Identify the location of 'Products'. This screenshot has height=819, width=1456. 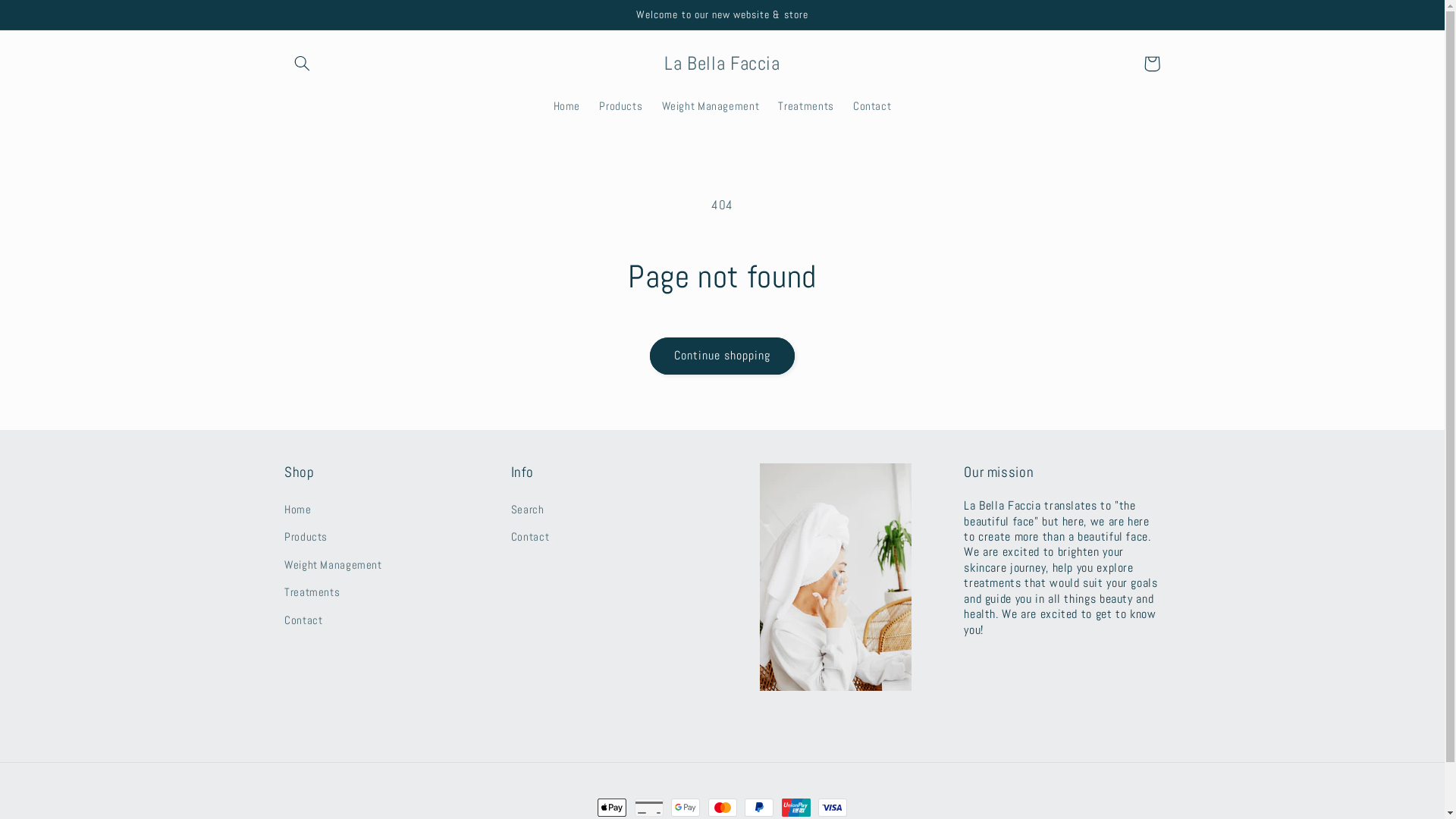
(621, 105).